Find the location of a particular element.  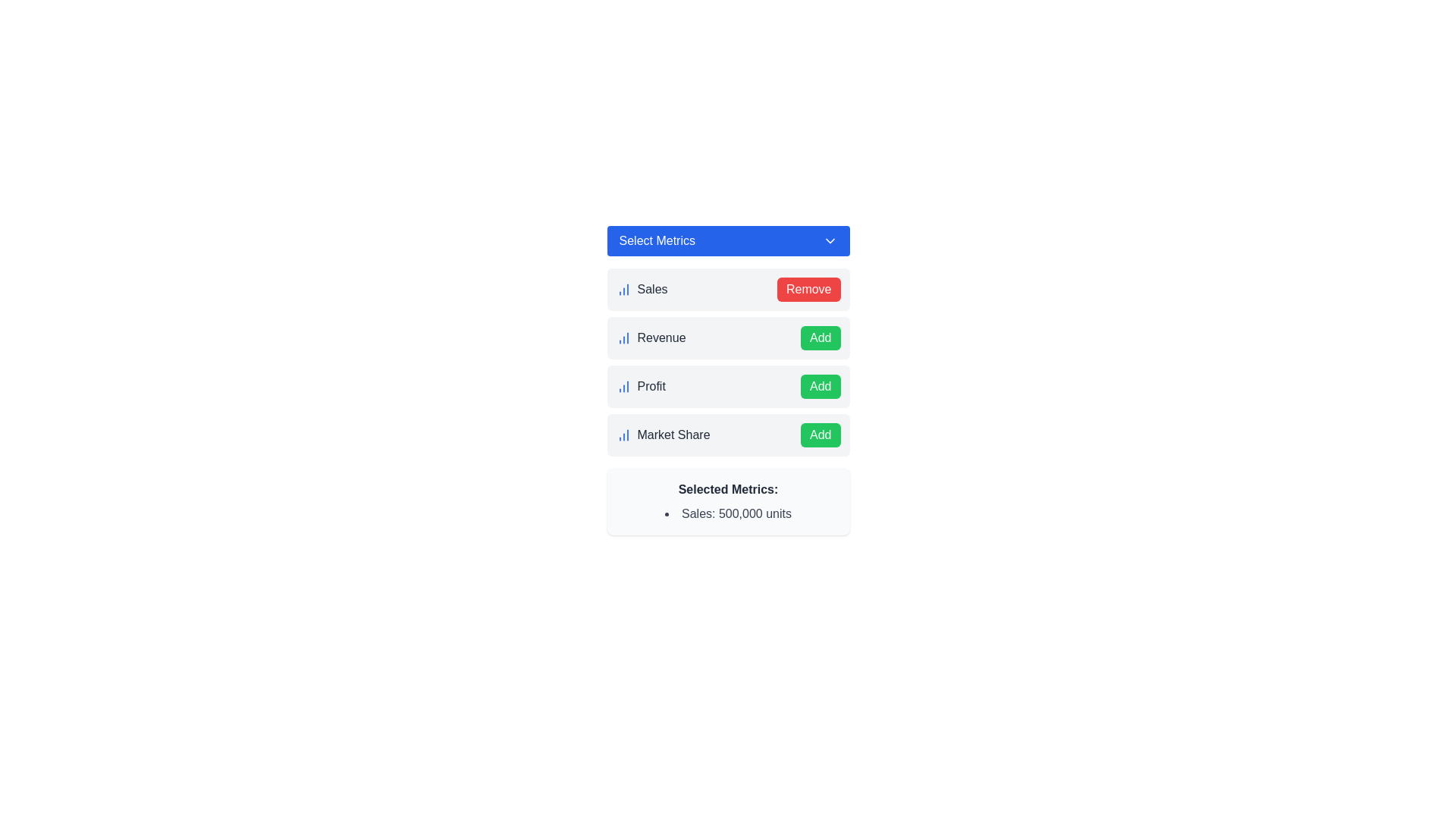

the action button that enables users to add the associated metric 'Profit' is located at coordinates (820, 385).